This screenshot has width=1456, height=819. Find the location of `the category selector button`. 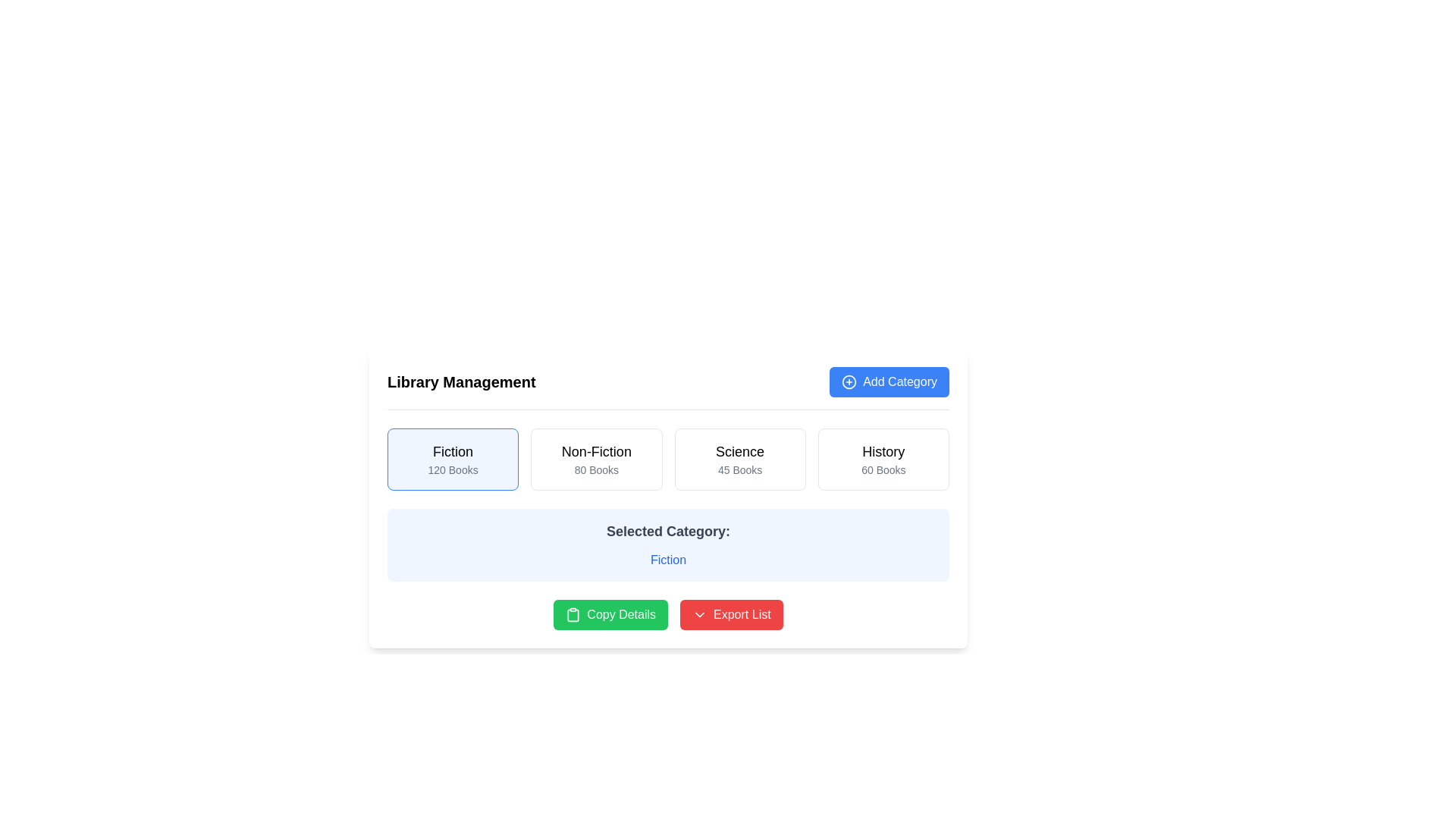

the category selector button is located at coordinates (452, 458).